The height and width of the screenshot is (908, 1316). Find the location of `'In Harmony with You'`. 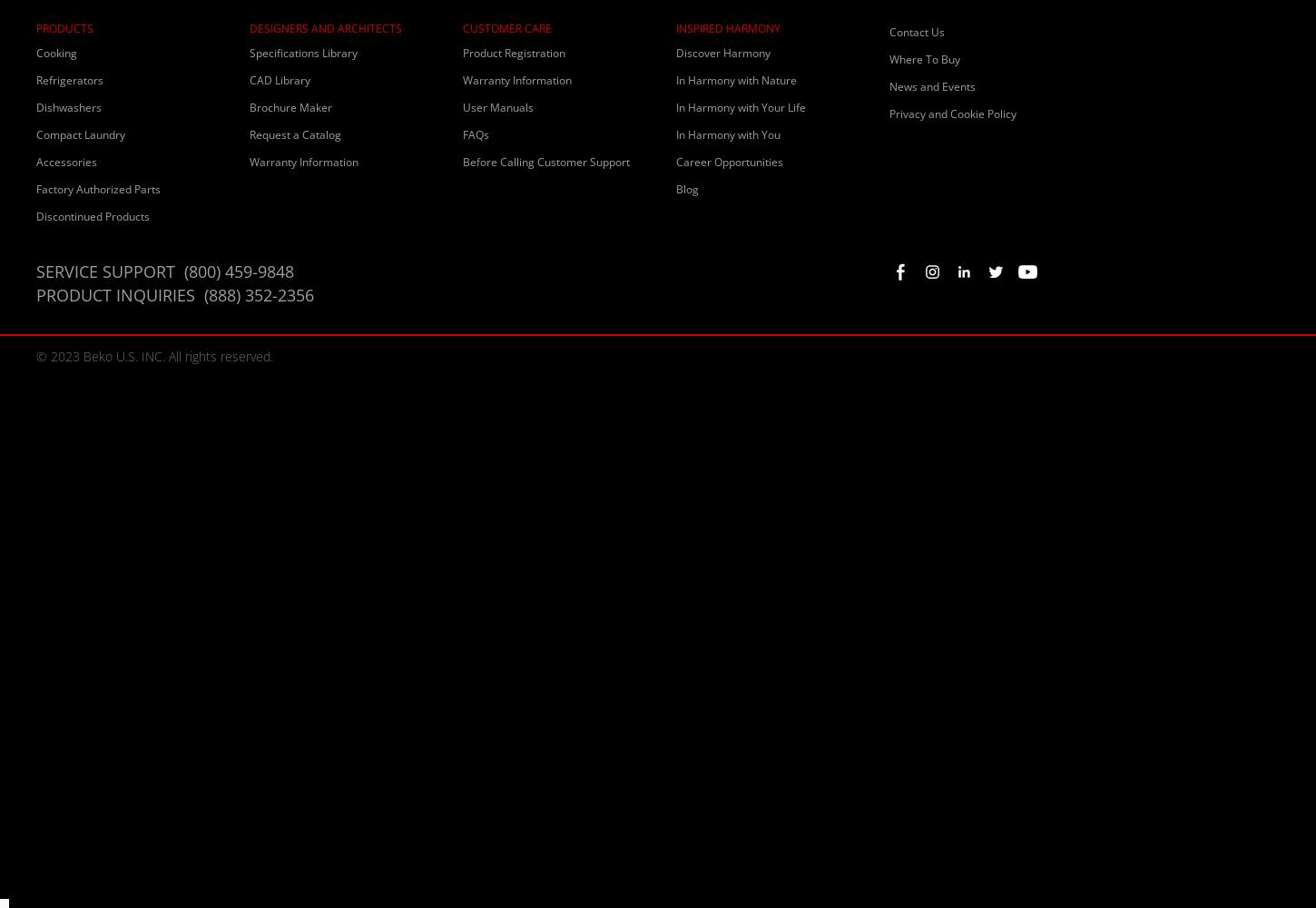

'In Harmony with You' is located at coordinates (728, 134).